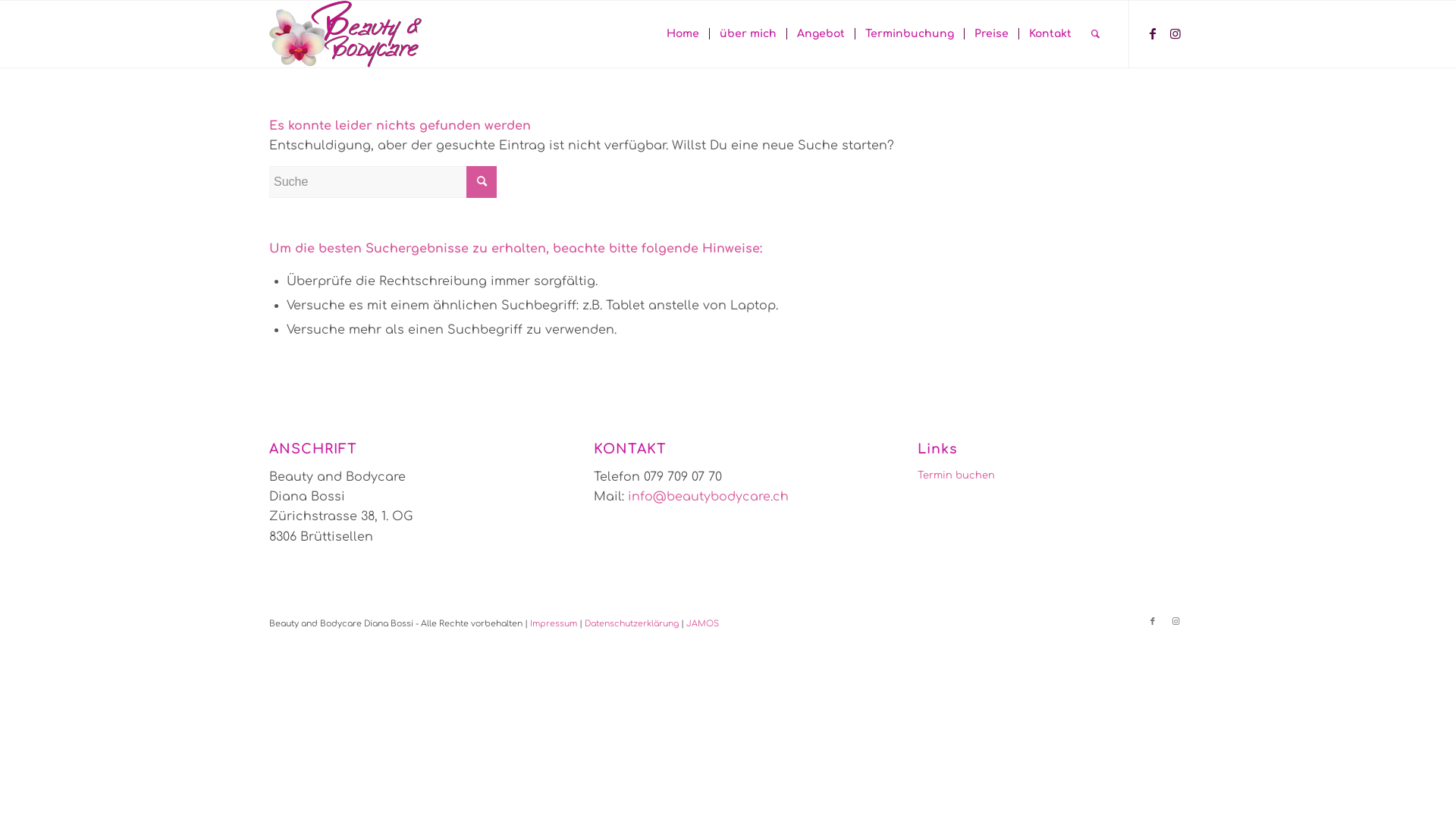 This screenshot has height=819, width=1456. I want to click on 'bbc-logo', so click(344, 34).